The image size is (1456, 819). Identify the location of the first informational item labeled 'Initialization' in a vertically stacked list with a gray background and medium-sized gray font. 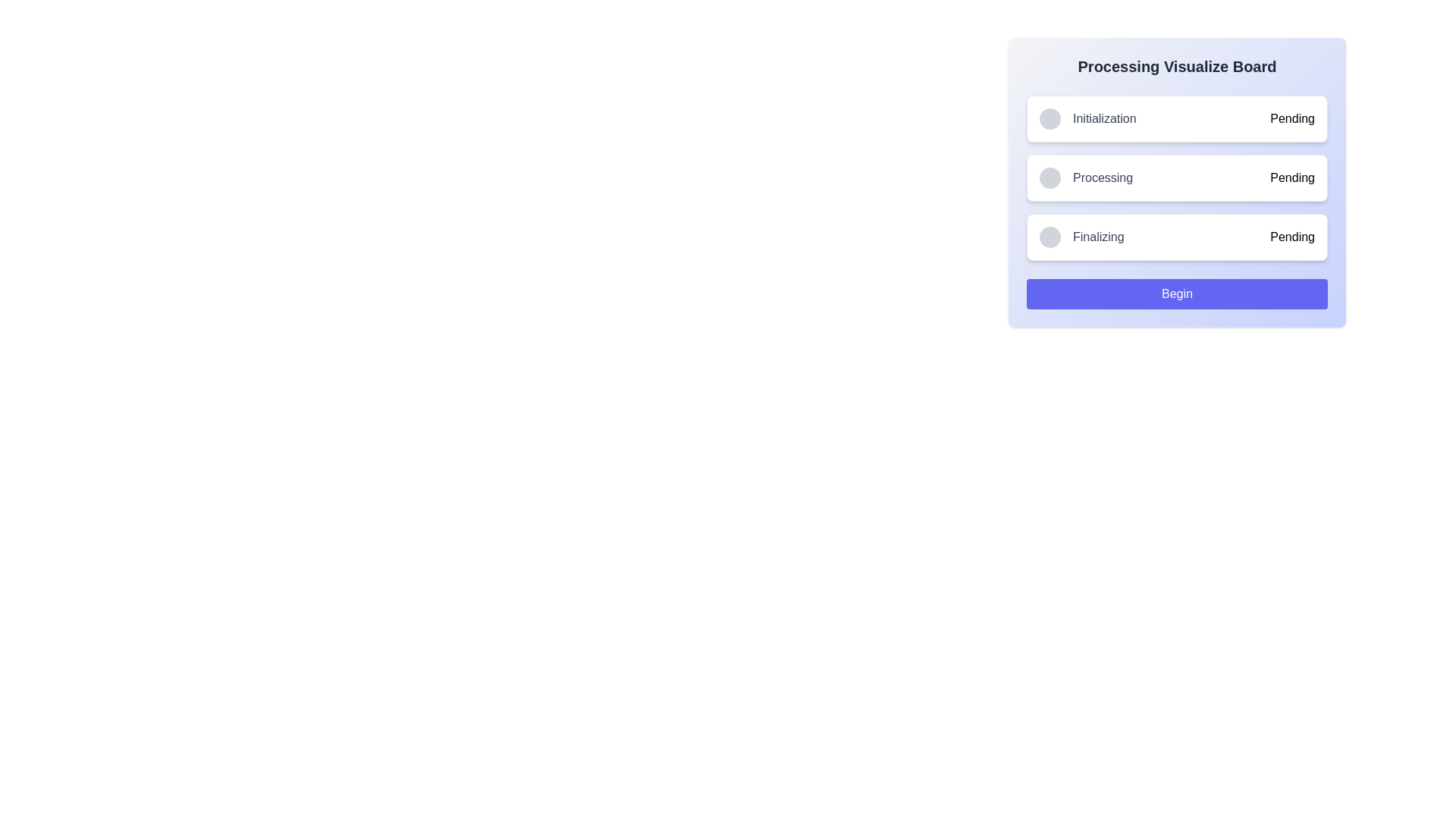
(1087, 118).